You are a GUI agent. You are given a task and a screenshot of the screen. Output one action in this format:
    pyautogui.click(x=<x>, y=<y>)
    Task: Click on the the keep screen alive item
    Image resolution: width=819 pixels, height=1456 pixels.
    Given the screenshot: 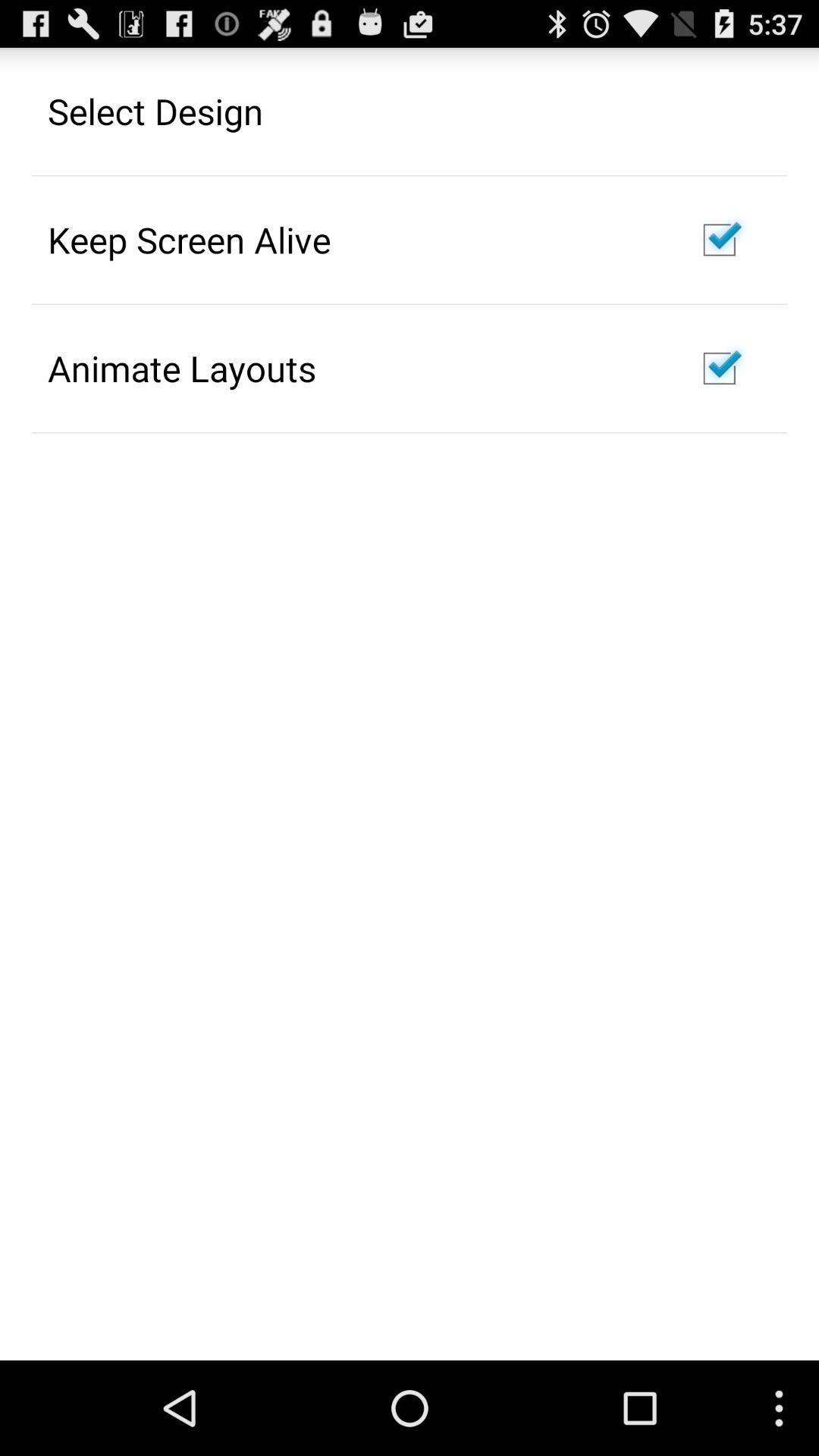 What is the action you would take?
    pyautogui.click(x=188, y=239)
    